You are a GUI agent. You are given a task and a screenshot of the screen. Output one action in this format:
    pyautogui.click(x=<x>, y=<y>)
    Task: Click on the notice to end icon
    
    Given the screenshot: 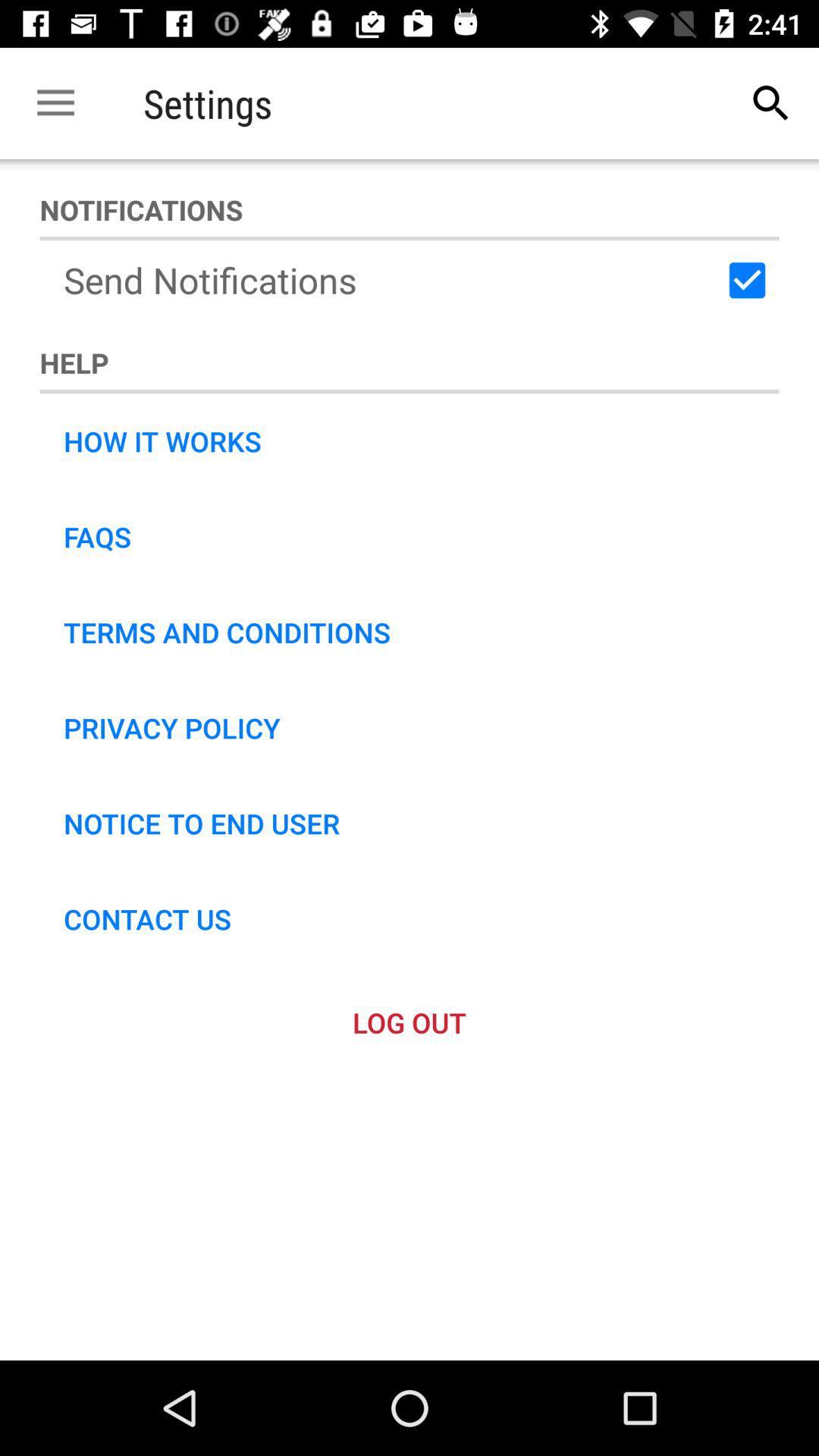 What is the action you would take?
    pyautogui.click(x=201, y=822)
    